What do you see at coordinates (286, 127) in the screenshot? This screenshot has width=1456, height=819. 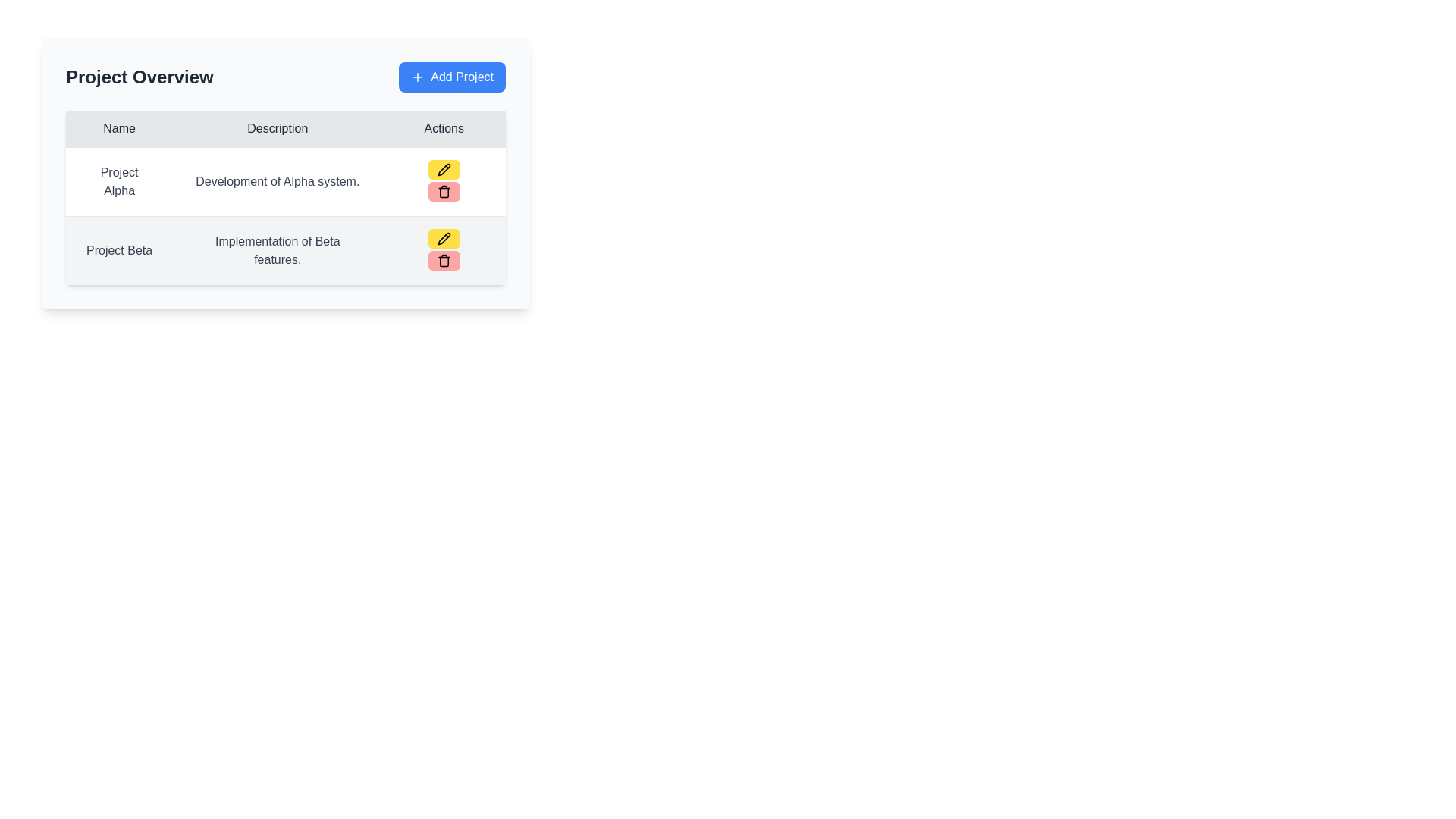 I see `the Table Header Row of the data table in the 'Project Overview' section, which labels the columns for project names, descriptions, and actions` at bounding box center [286, 127].